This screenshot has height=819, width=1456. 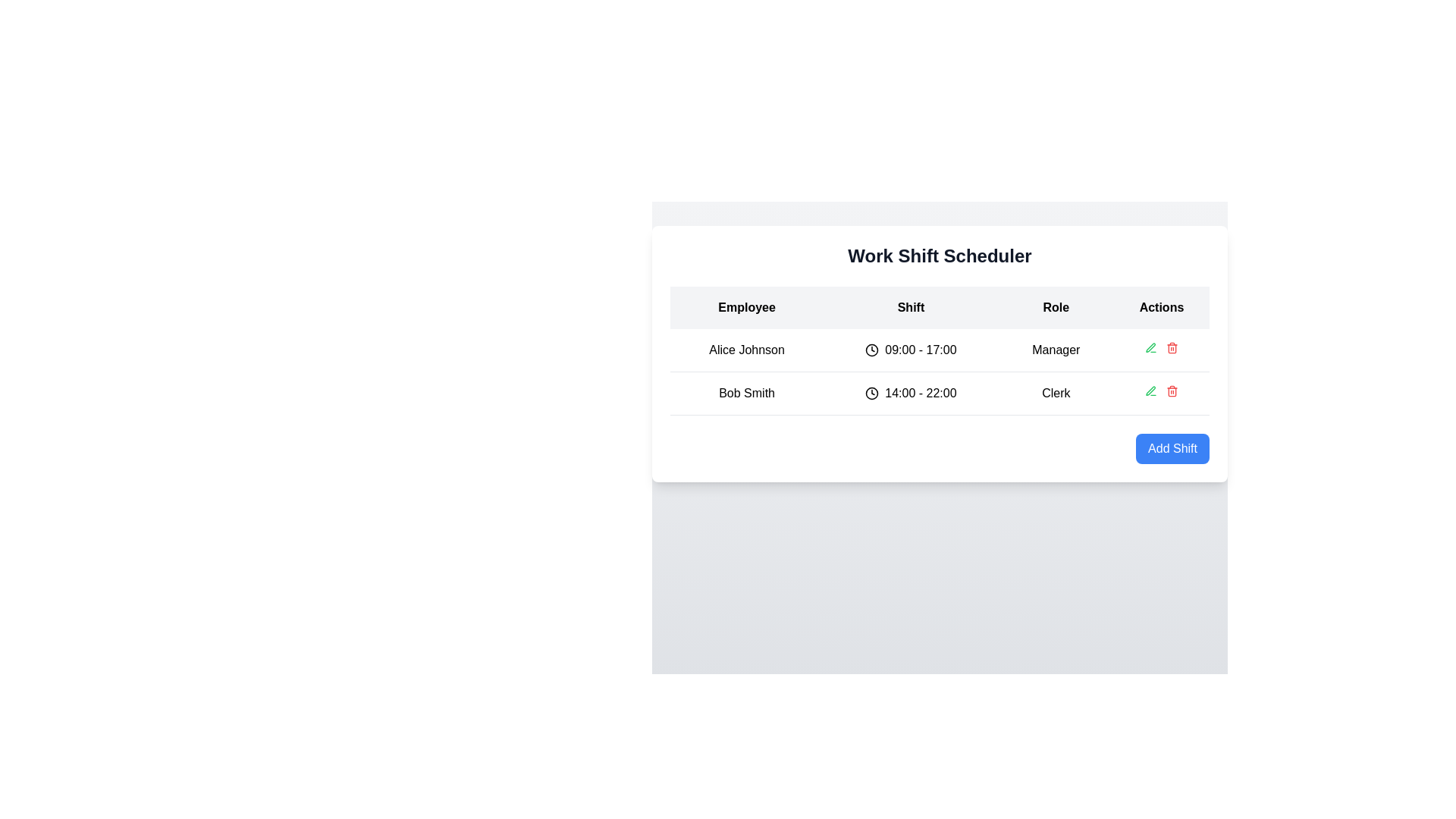 I want to click on the header label that categorizes employee details, positioned on the leftmost side of the header row above the table containing 'Shift', 'Role', and 'Actions', so click(x=747, y=307).